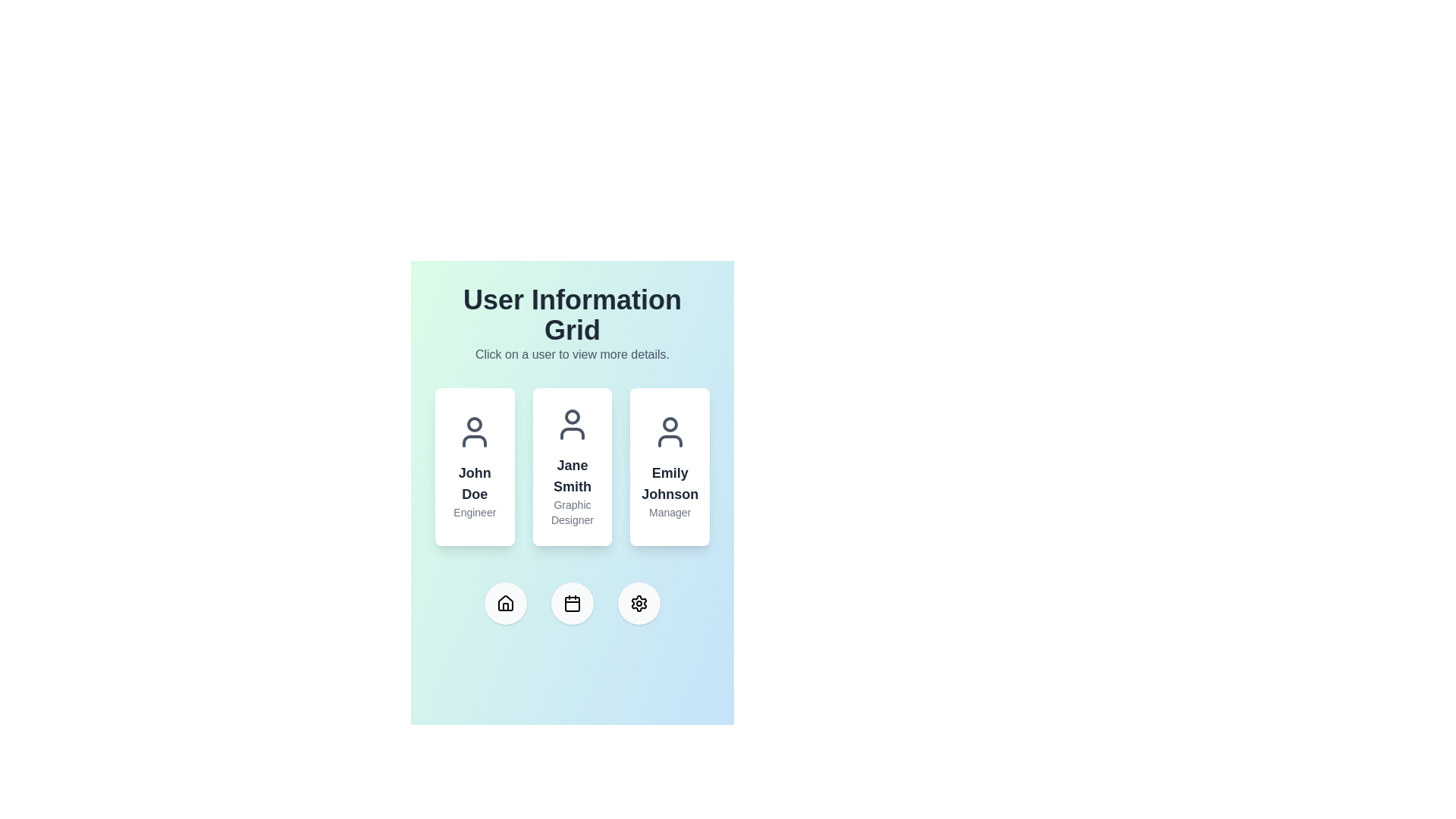  Describe the element at coordinates (571, 602) in the screenshot. I see `the middle button in the bottom center of the interface` at that location.